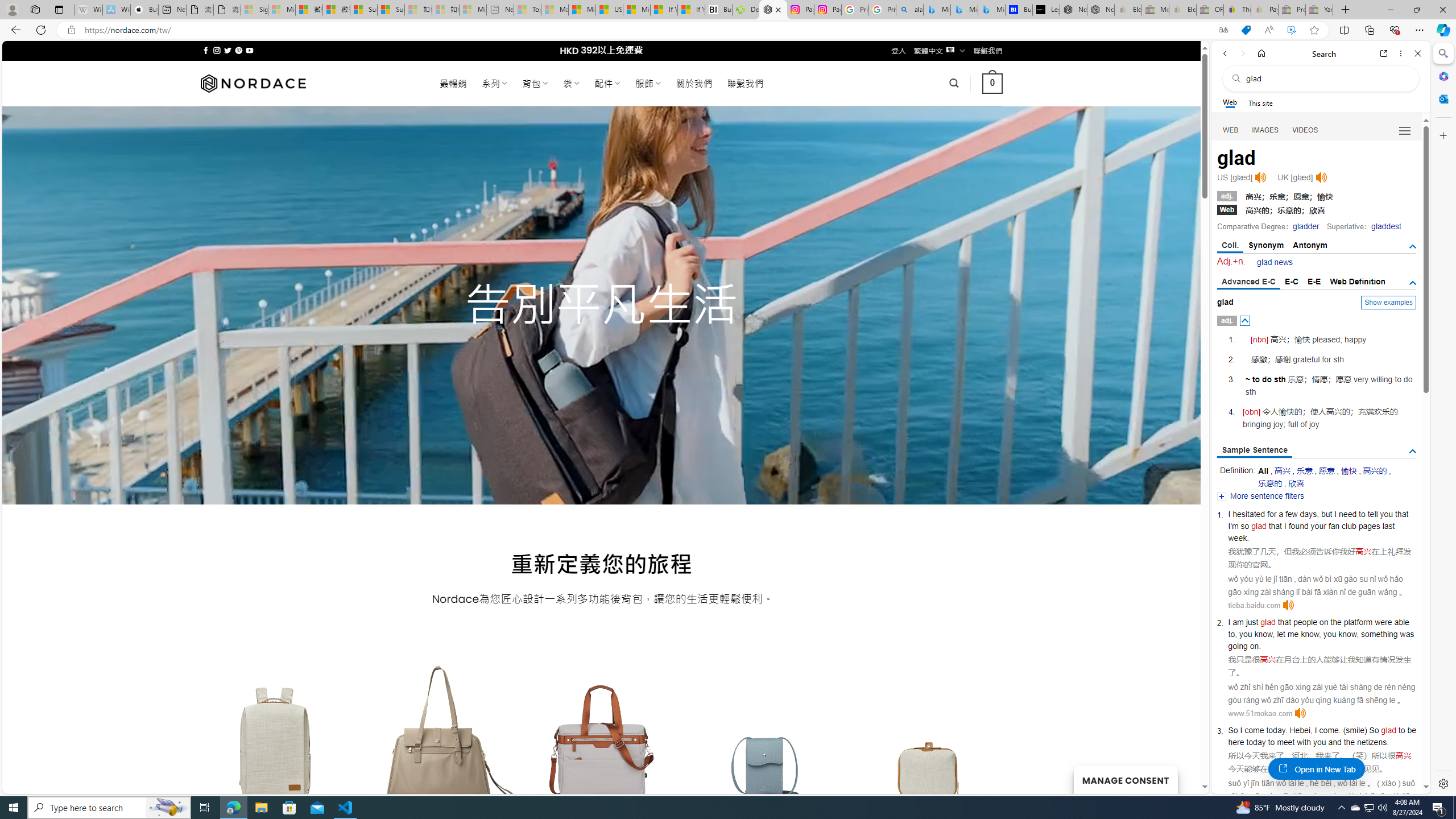 This screenshot has width=1456, height=819. Describe the element at coordinates (936, 9) in the screenshot. I see `'Microsoft Bing Travel - Flights from Hong Kong to Bangkok'` at that location.